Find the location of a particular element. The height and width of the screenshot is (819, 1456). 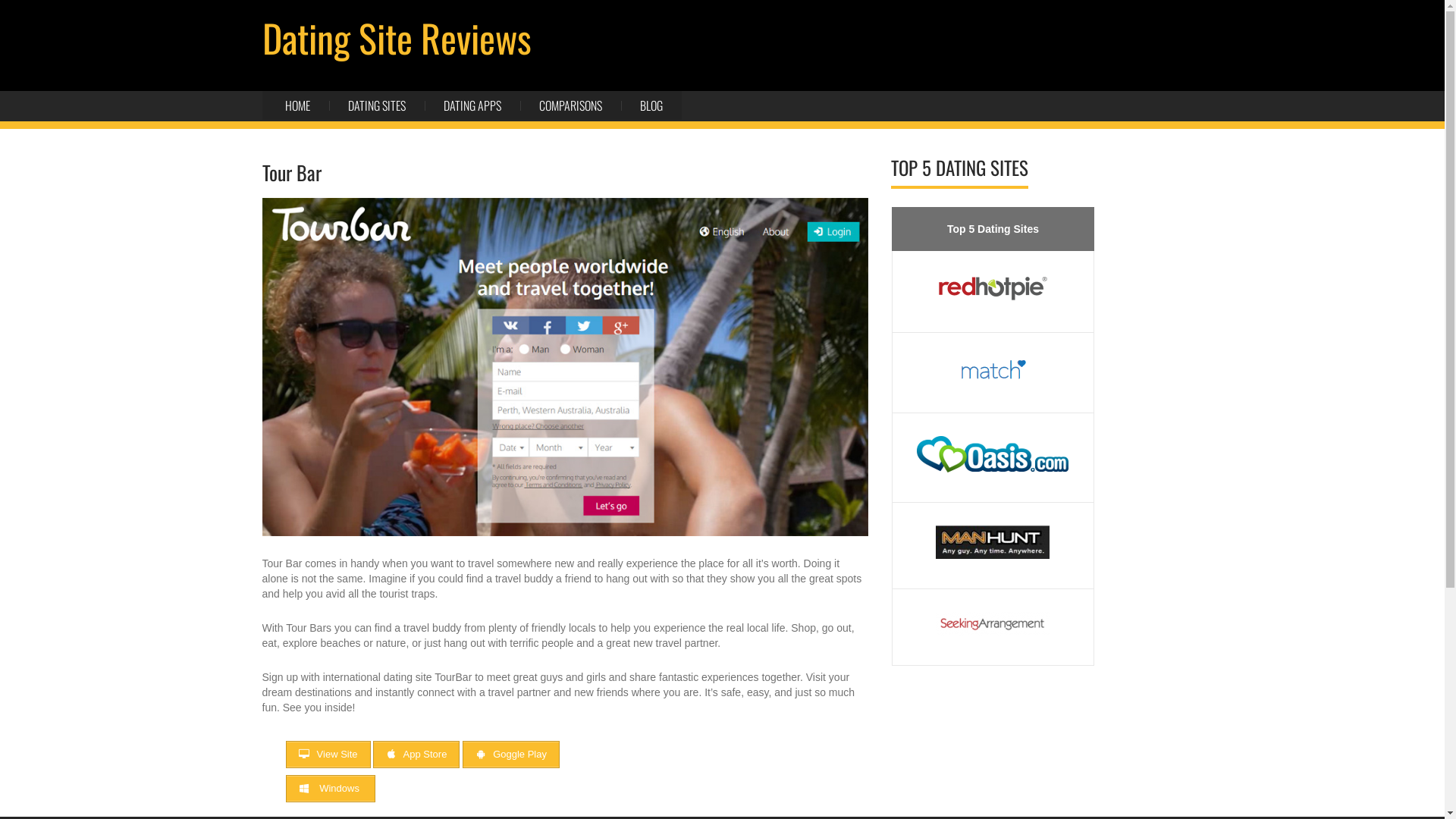

'Dating Site Reviews' is located at coordinates (397, 36).